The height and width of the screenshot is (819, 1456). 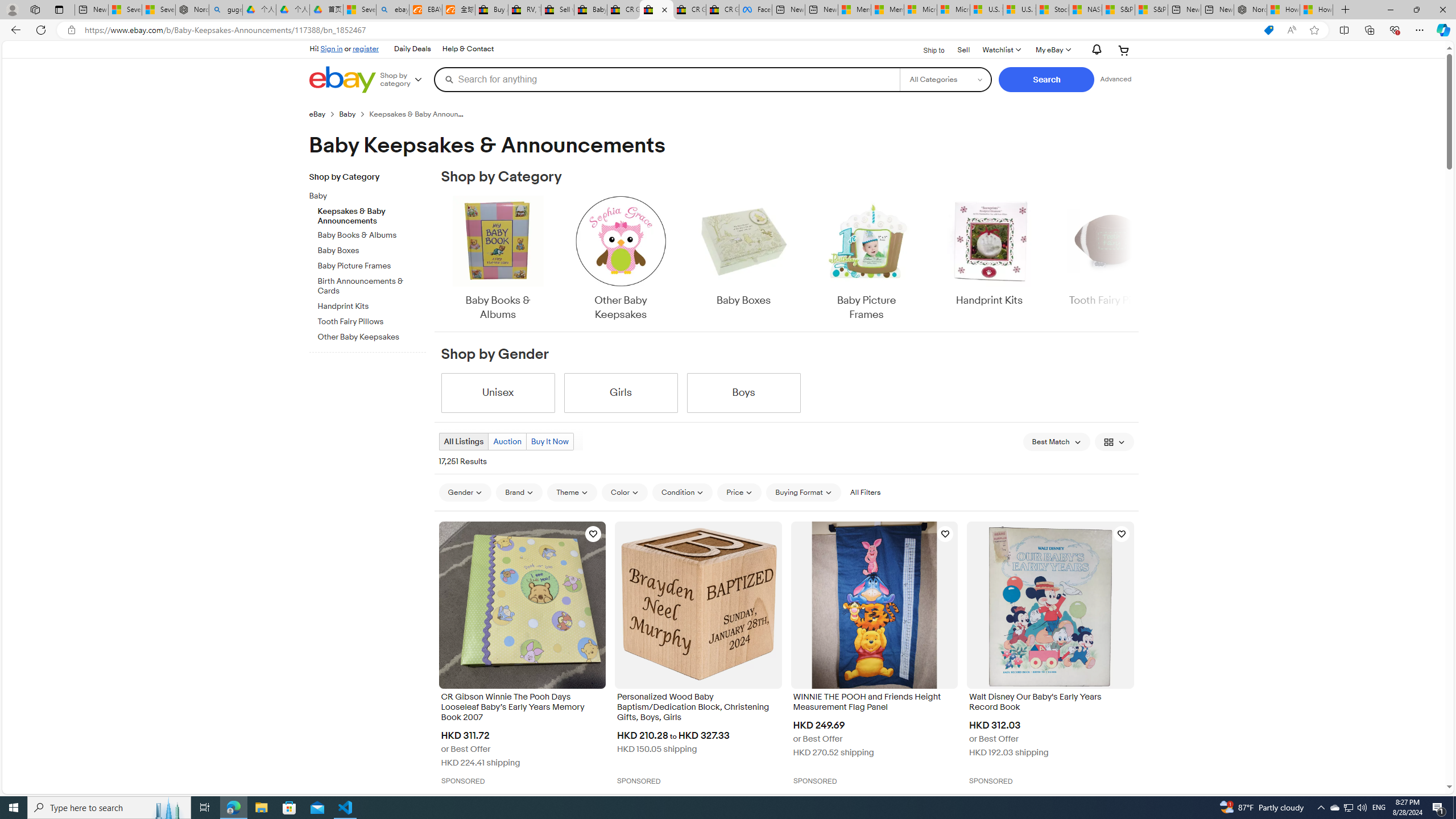 I want to click on 'Ship to', so click(x=926, y=49).